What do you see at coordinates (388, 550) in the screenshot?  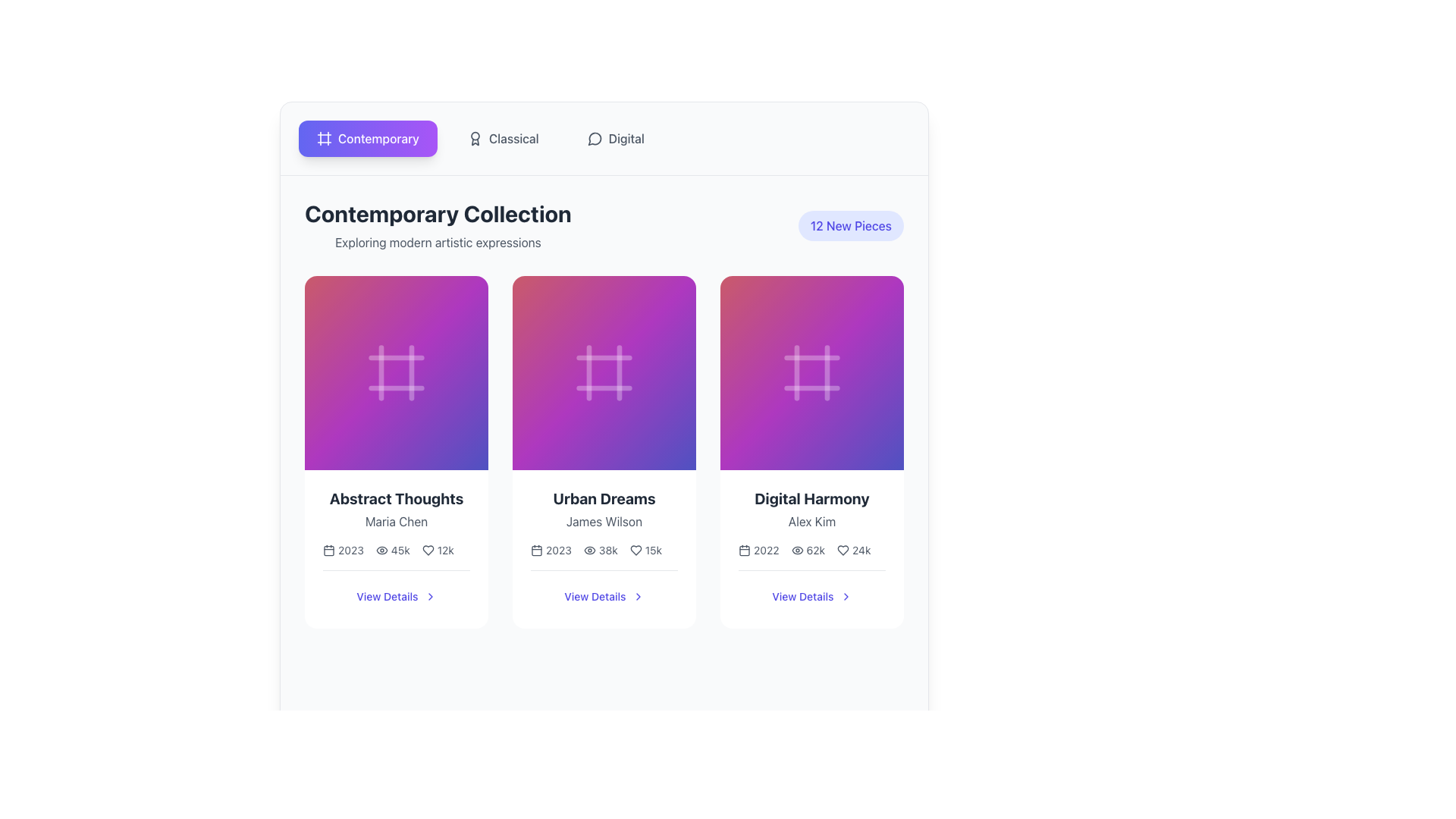 I see `the Metadata display group located at the lower part of the first card in the grid layout, which shows the publication year, view count, and like count` at bounding box center [388, 550].